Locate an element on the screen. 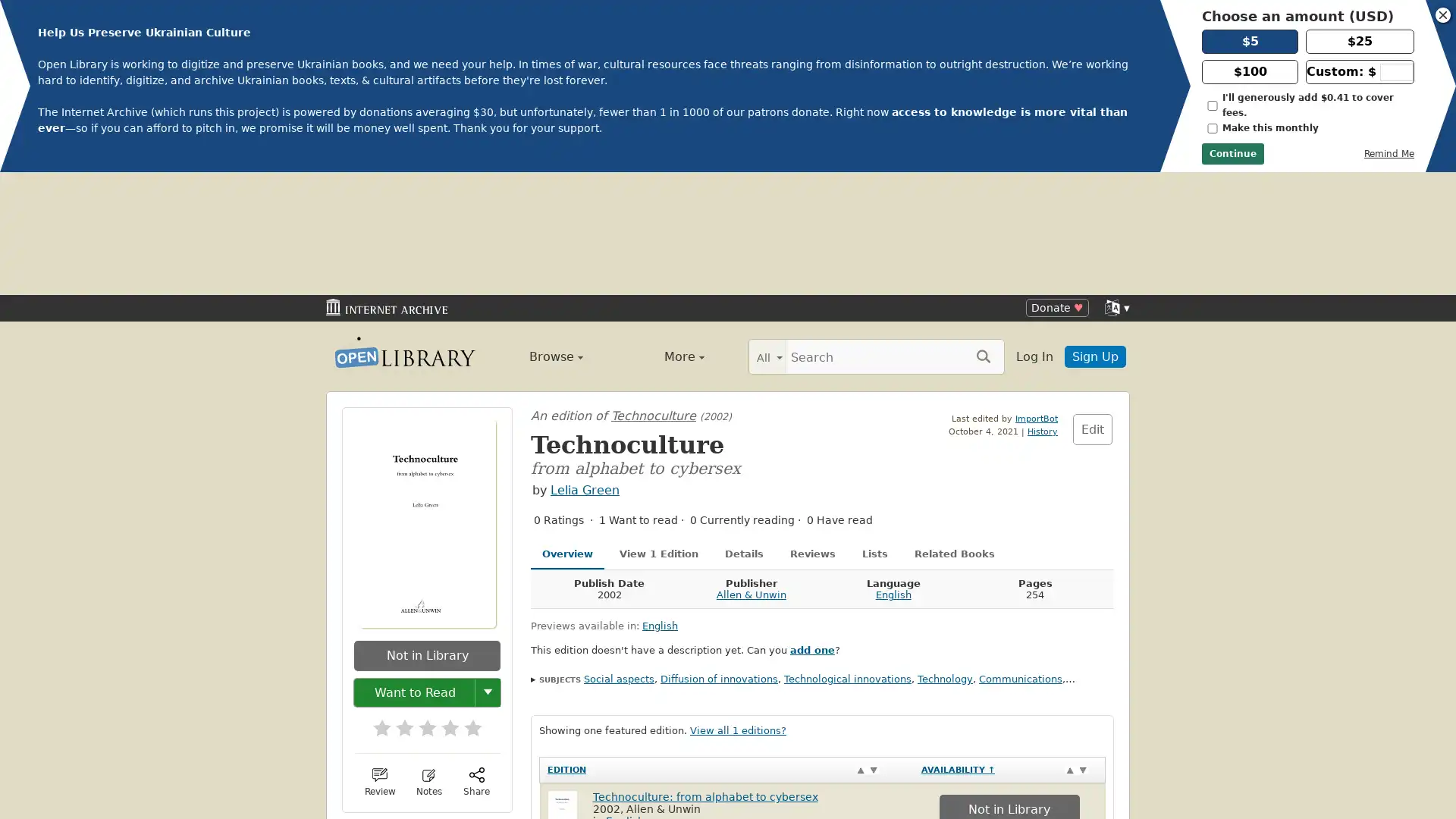 This screenshot has height=819, width=1456. Want to Read is located at coordinates (415, 569).